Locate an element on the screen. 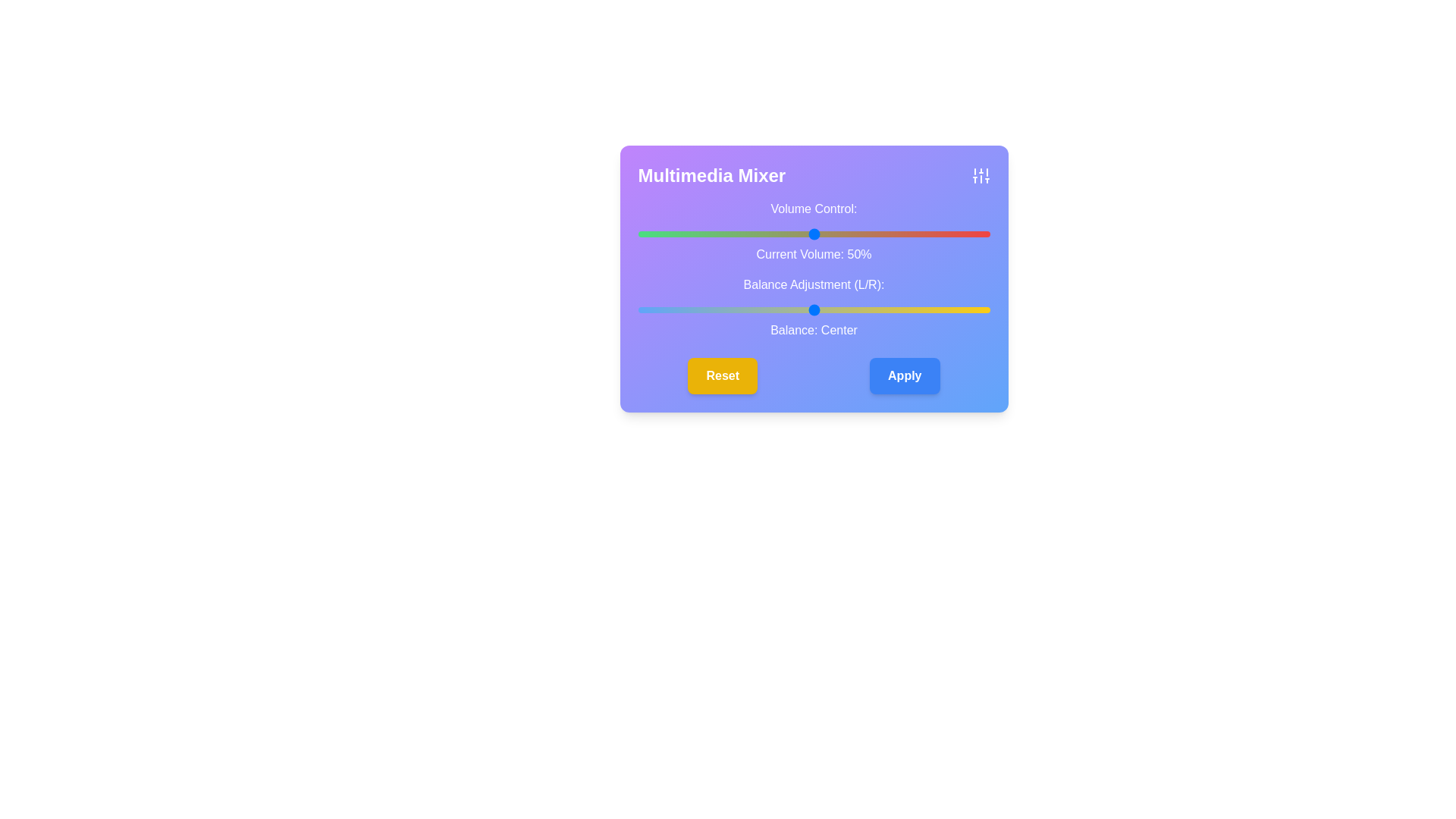  the balance slider to set the audio balance to 39 is located at coordinates (950, 309).